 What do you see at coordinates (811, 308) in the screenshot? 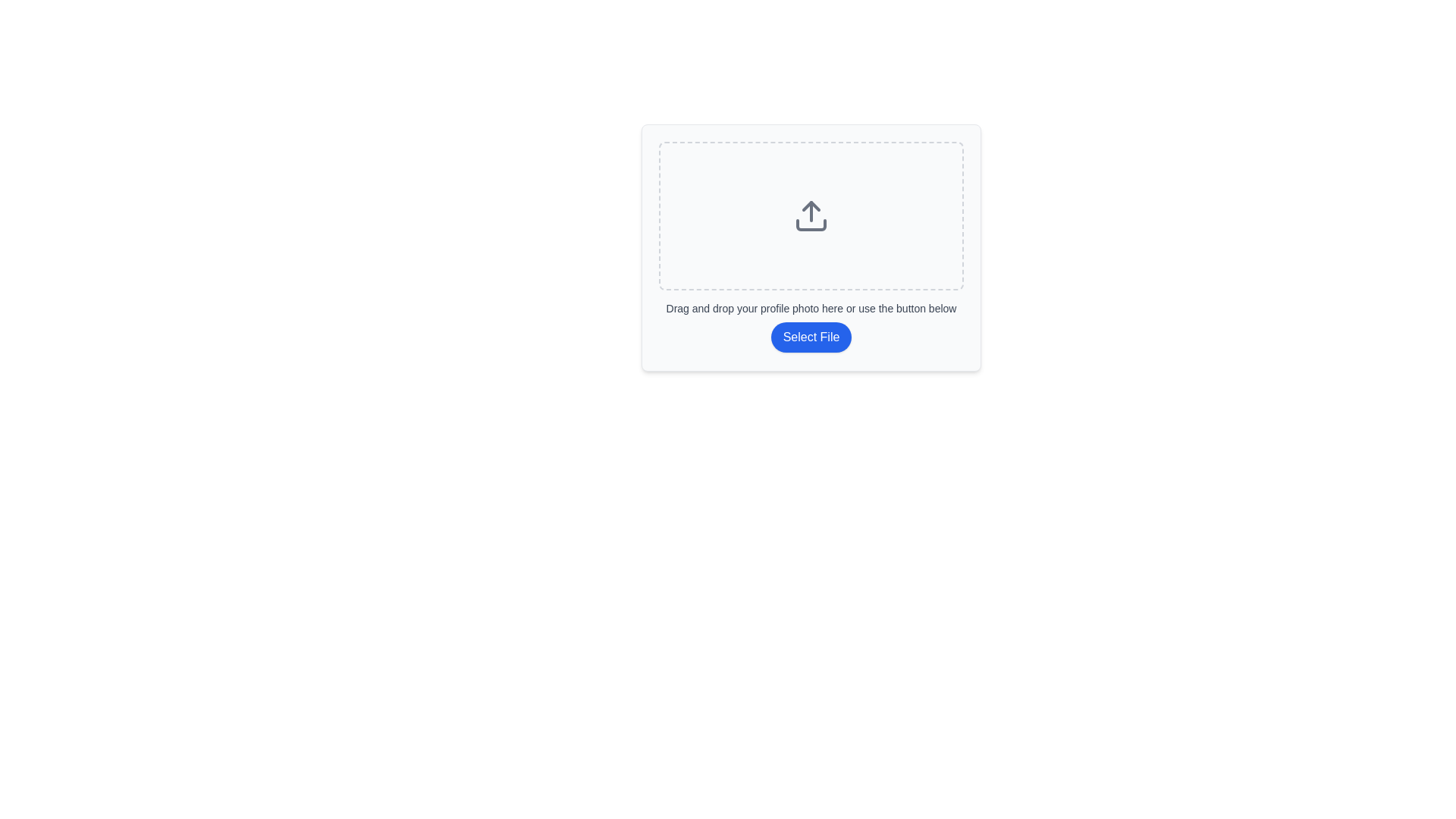
I see `the text description that instructs users to drag and drop their profile photo or use the 'Select File' button, which is located beneath the upload icon and above the clickable button` at bounding box center [811, 308].